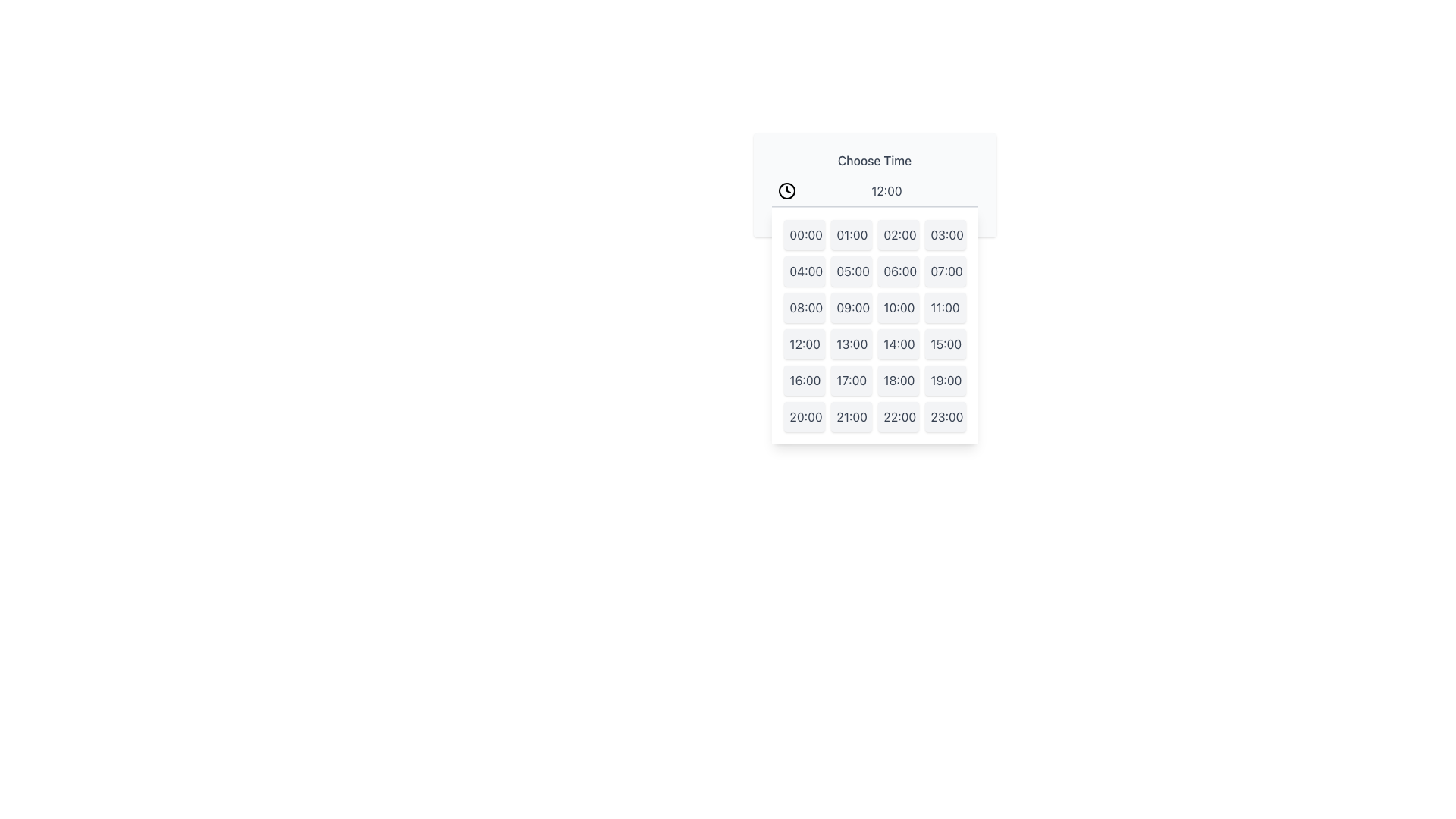 The image size is (1456, 819). Describe the element at coordinates (851, 417) in the screenshot. I see `the rectangular button labeled '21:00' in the time picker dropdown` at that location.